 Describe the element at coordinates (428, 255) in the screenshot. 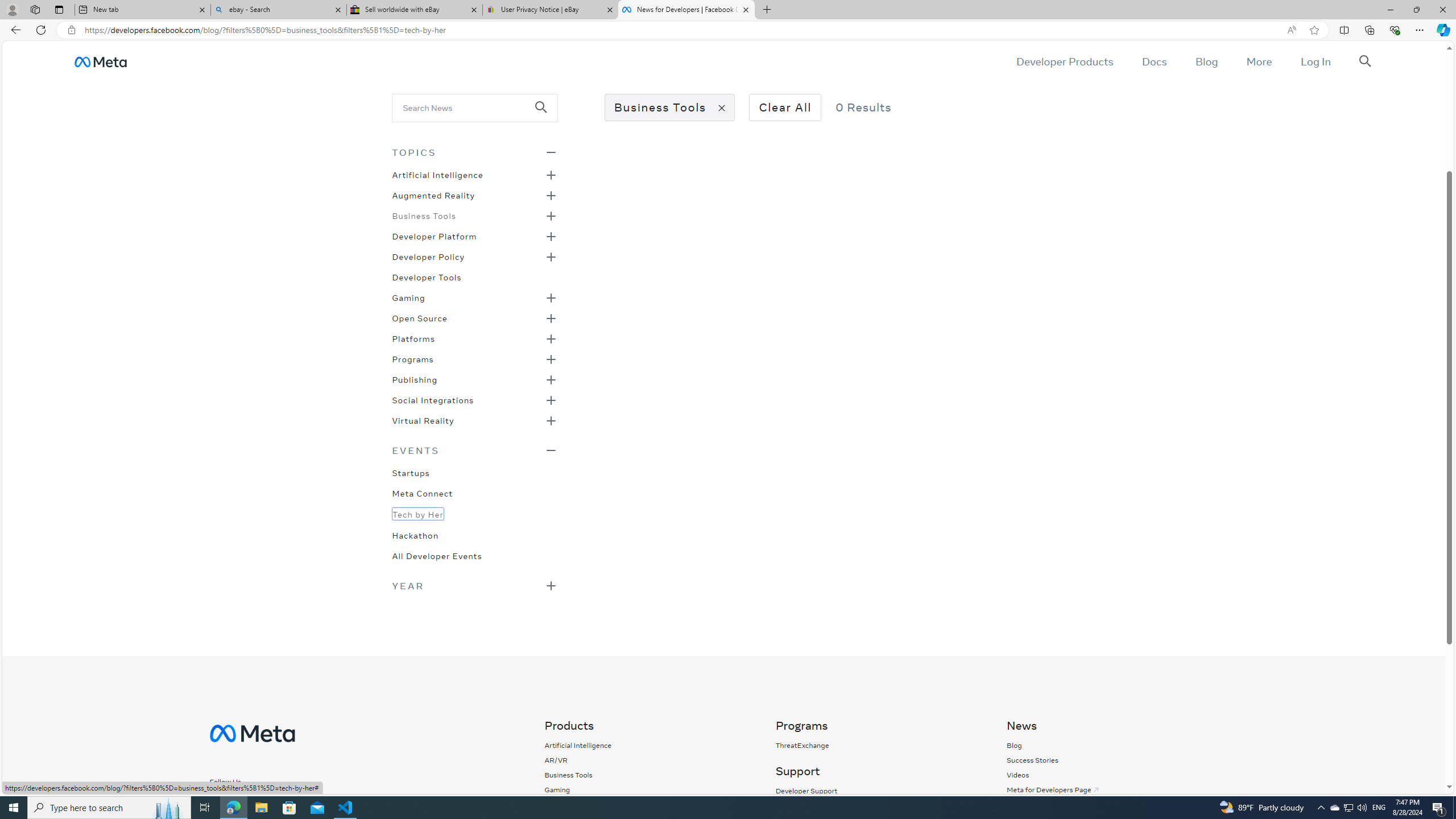

I see `'Developer Policy'` at that location.